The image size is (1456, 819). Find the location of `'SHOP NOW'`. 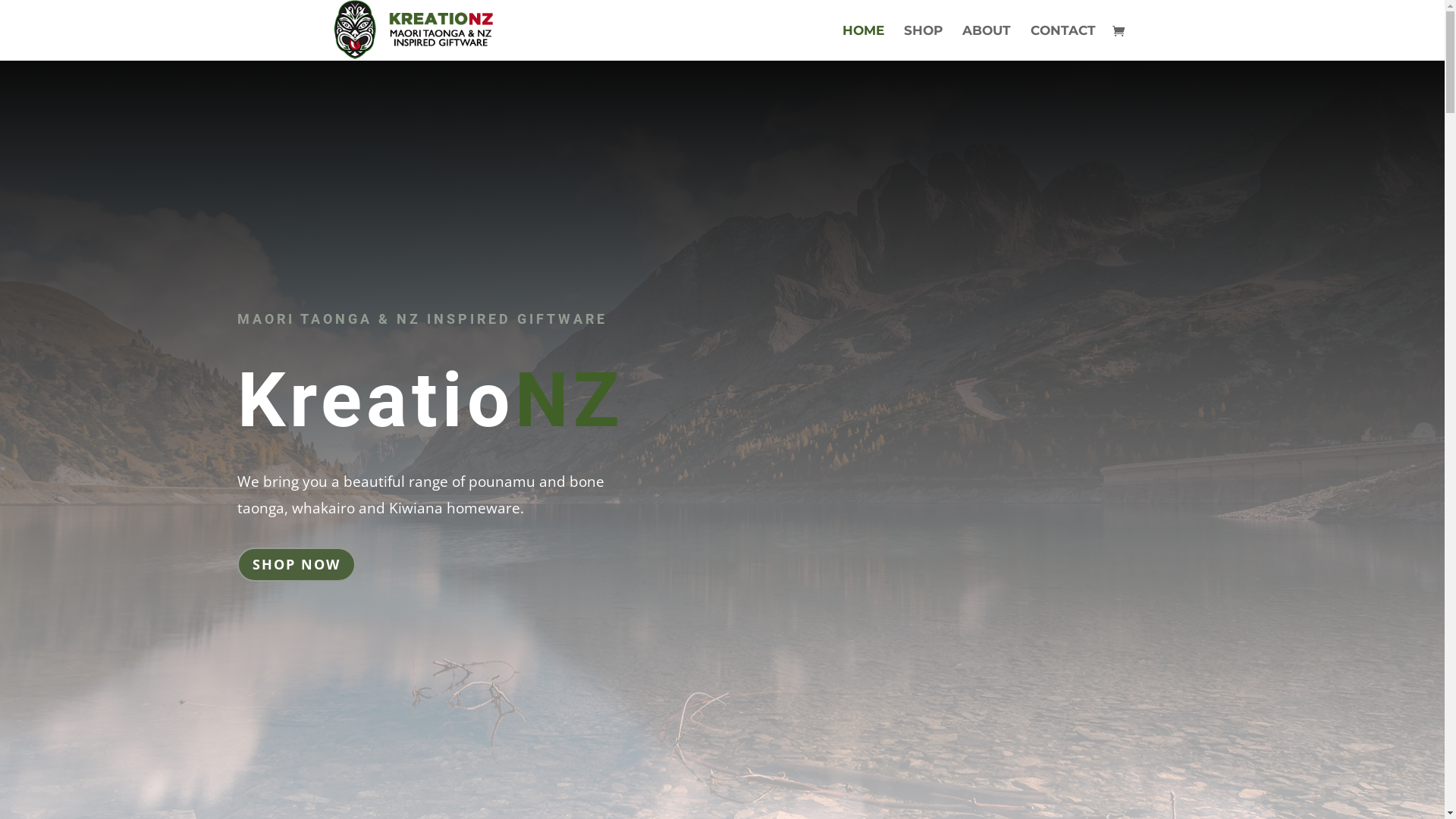

'SHOP NOW' is located at coordinates (295, 564).